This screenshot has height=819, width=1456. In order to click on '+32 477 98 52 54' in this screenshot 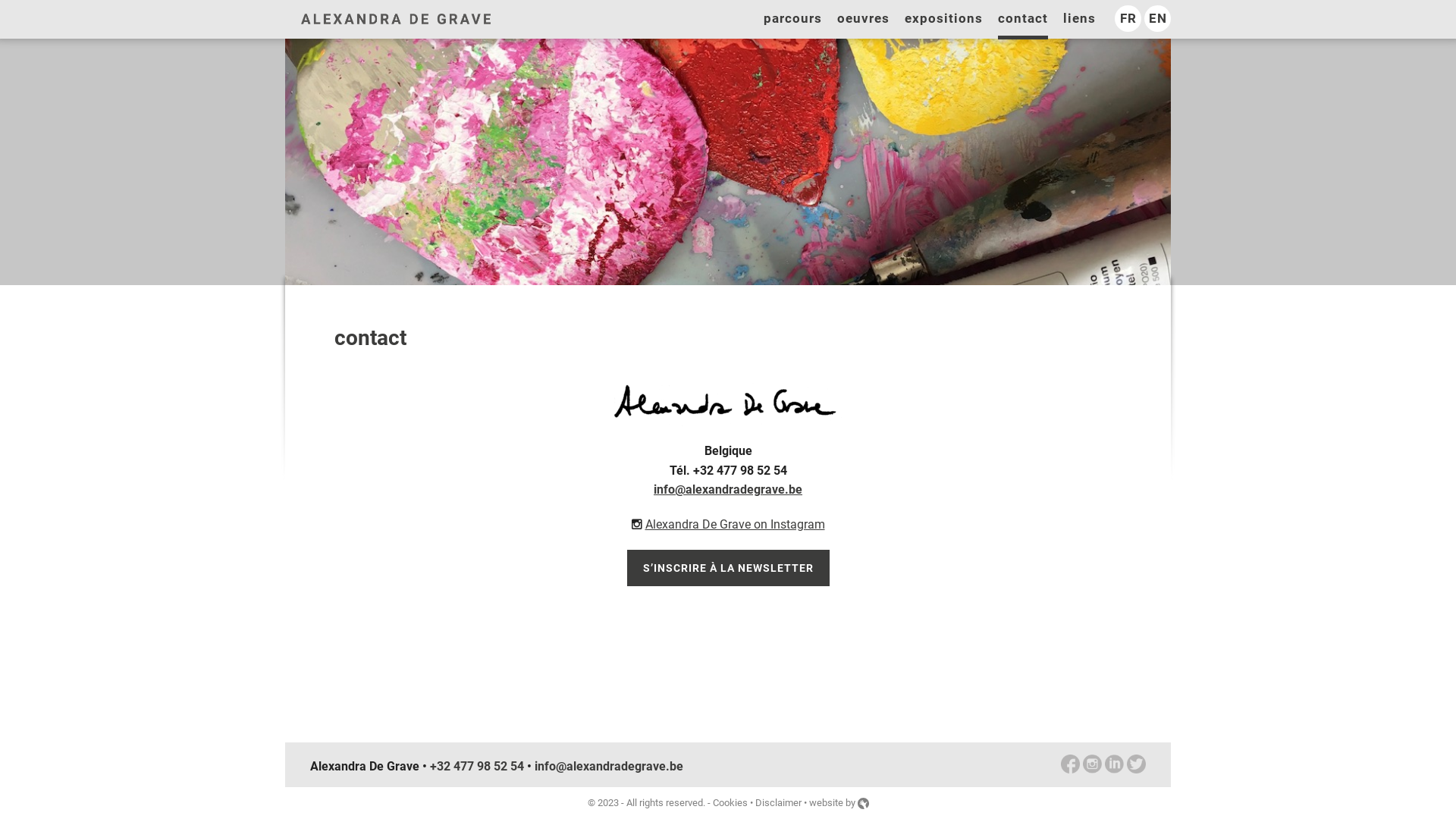, I will do `click(475, 766)`.